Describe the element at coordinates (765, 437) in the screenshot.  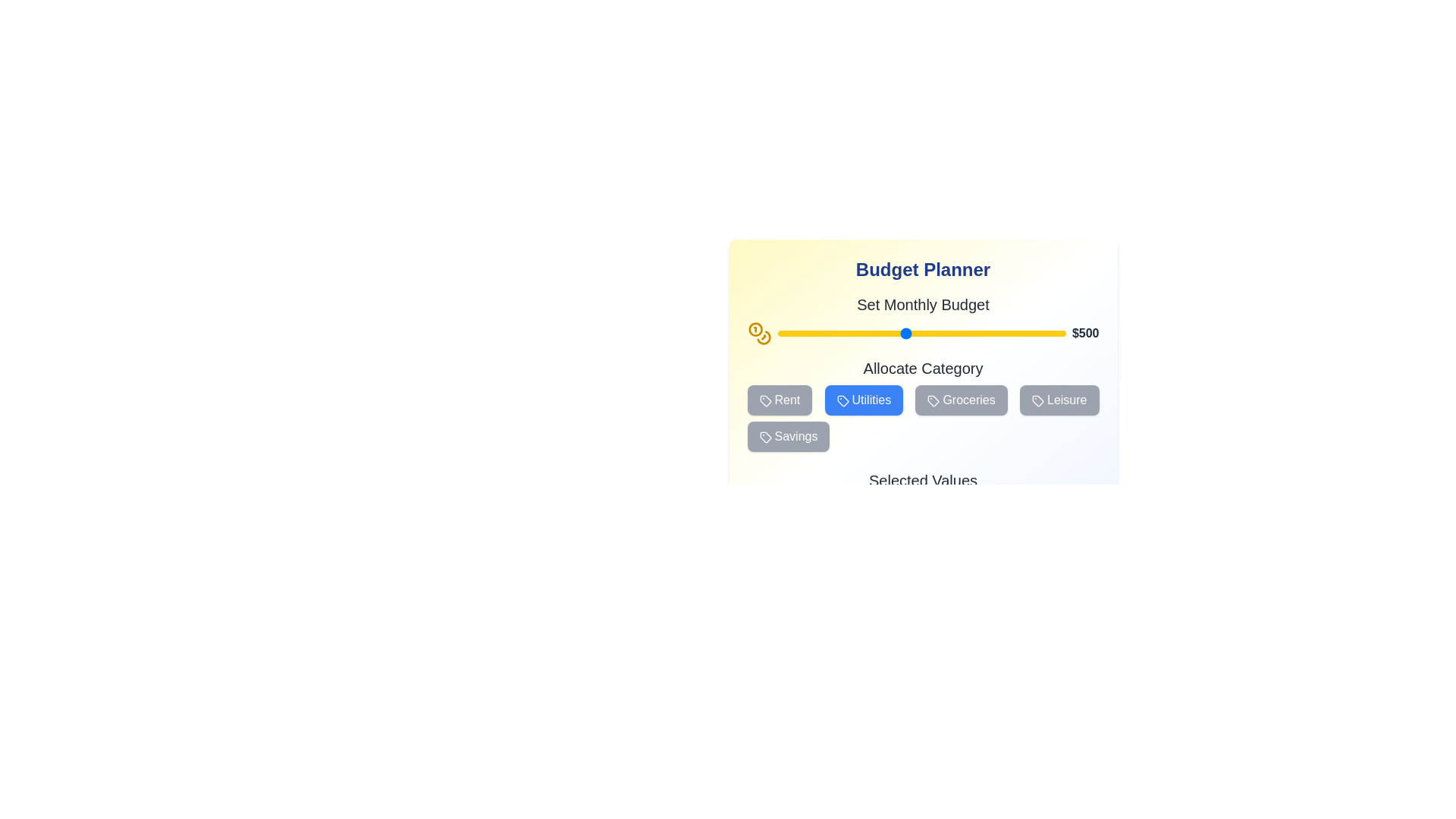
I see `Vector graphic icon located in the 'Allocate Category' section, which visually enhances the associated label or button, by hovering over it for visual feedback` at that location.